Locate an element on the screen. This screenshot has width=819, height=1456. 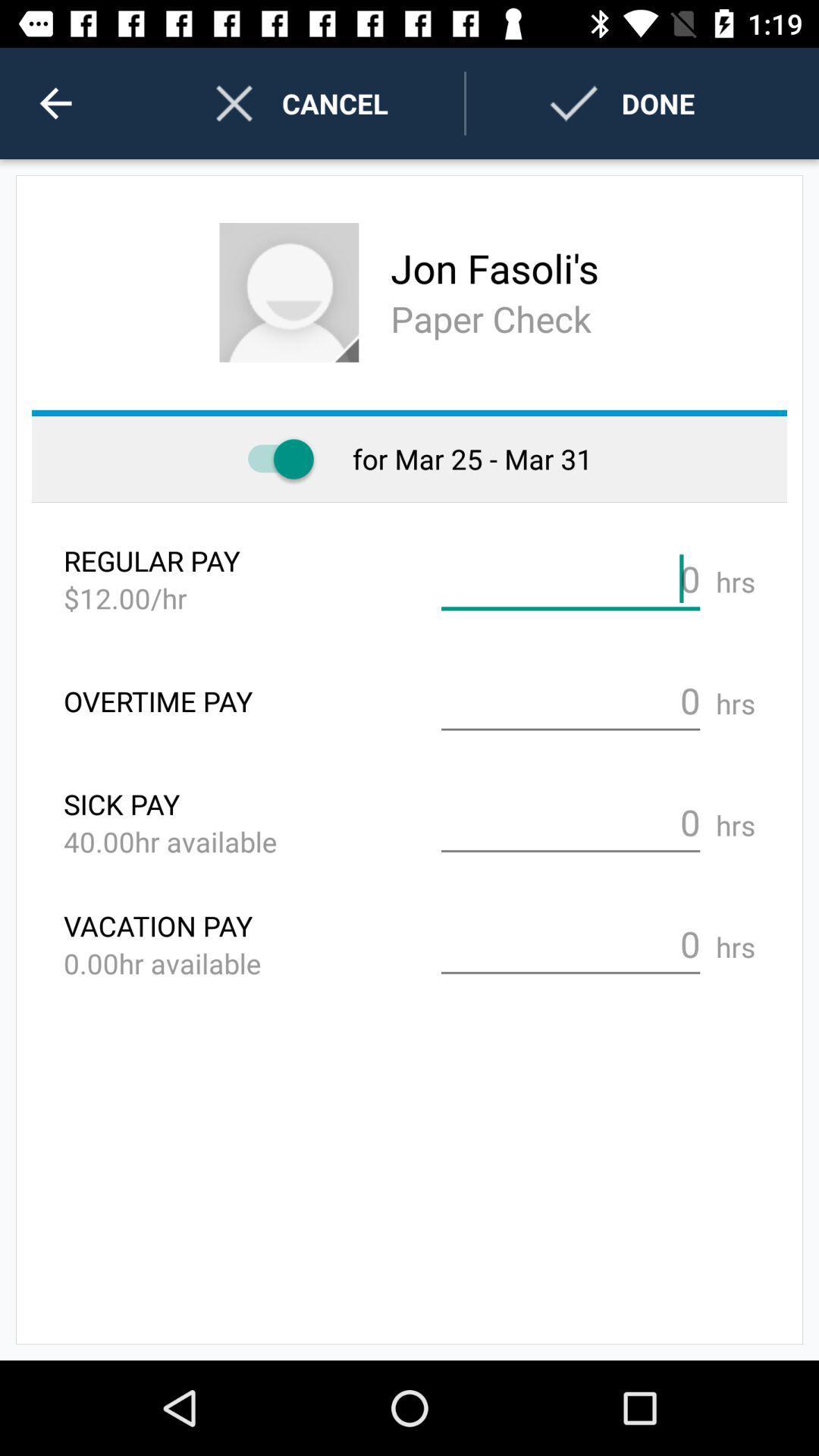
vacation pay is located at coordinates (570, 943).